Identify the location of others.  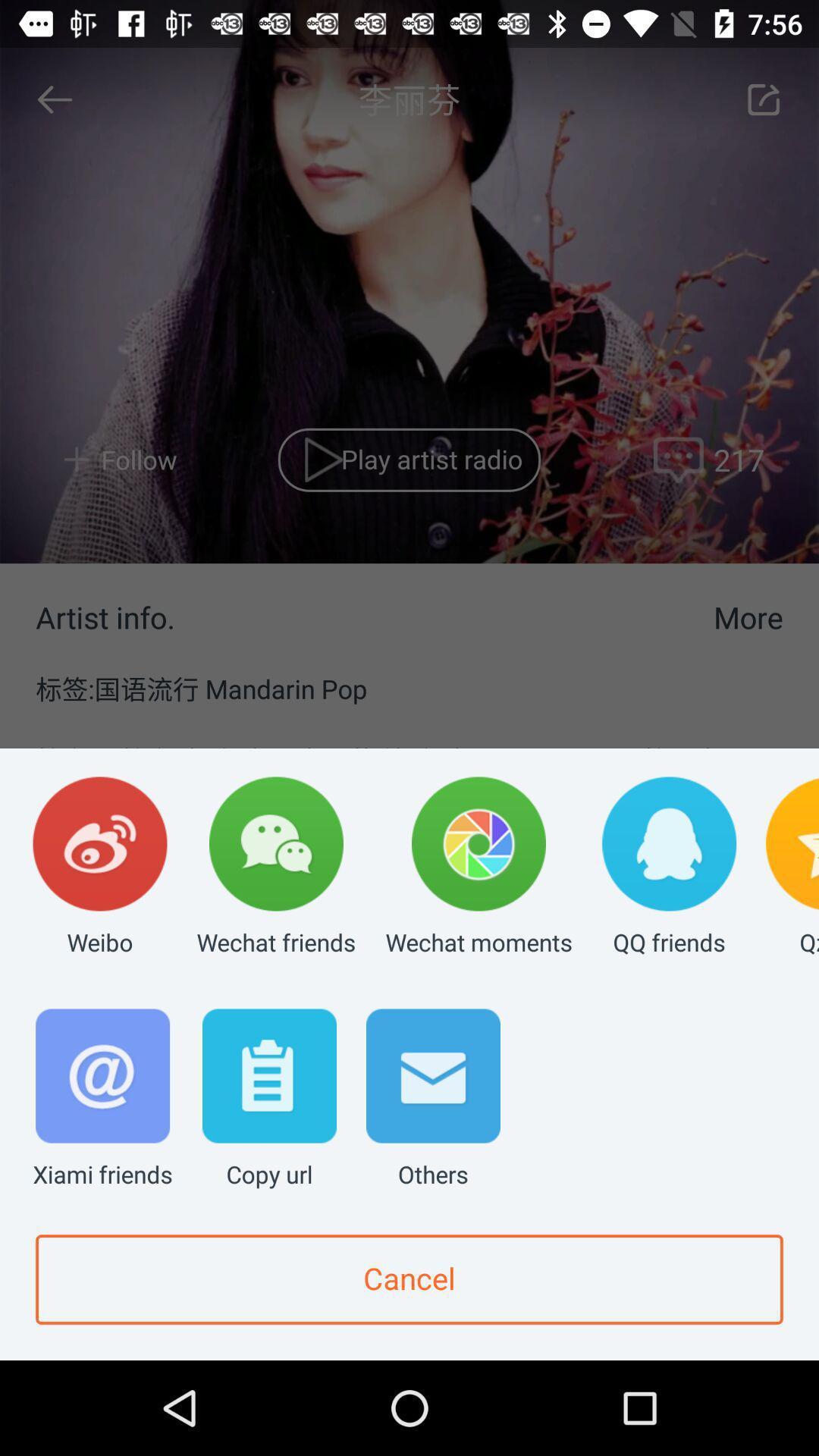
(433, 1100).